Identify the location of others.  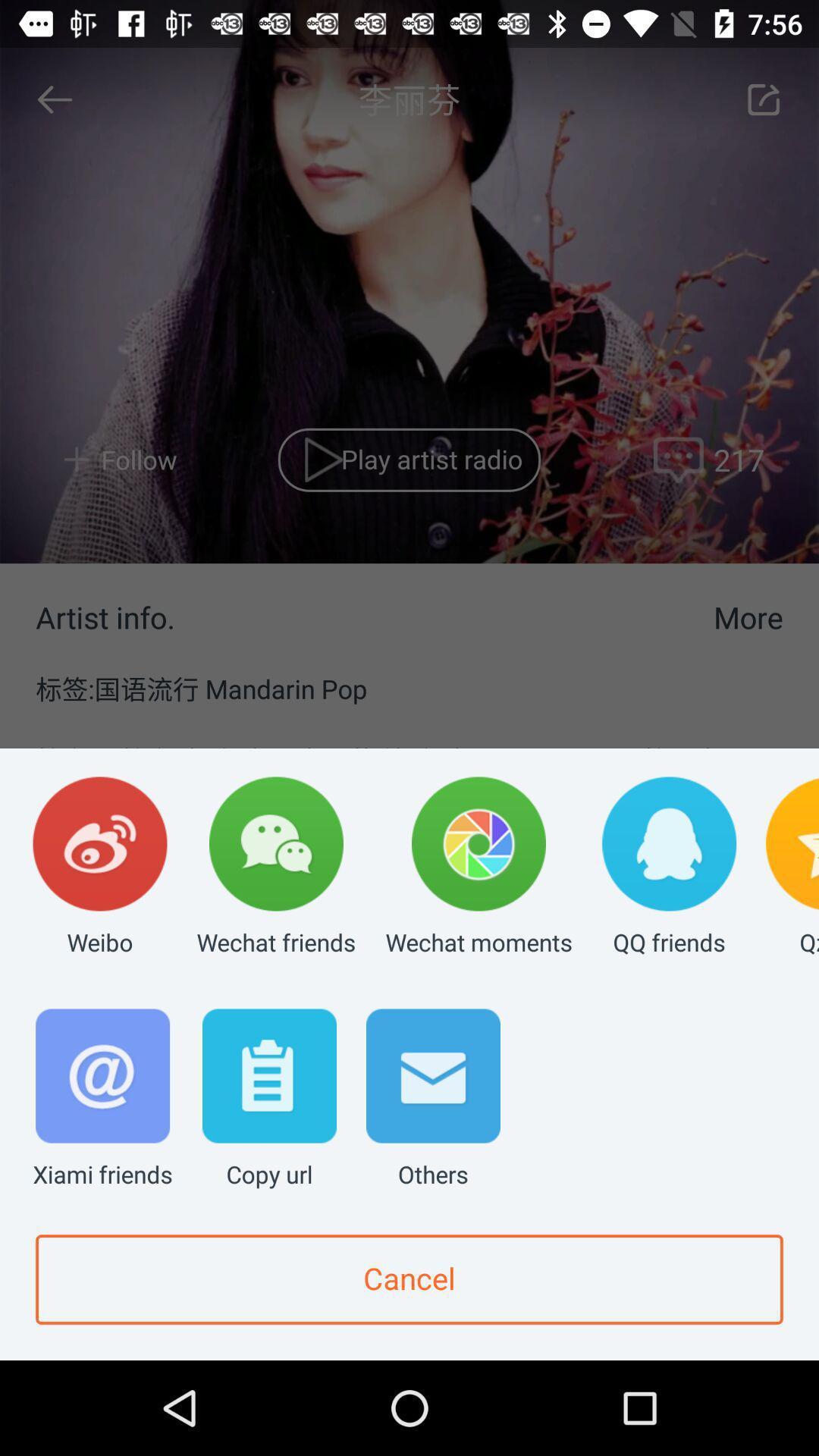
(433, 1100).